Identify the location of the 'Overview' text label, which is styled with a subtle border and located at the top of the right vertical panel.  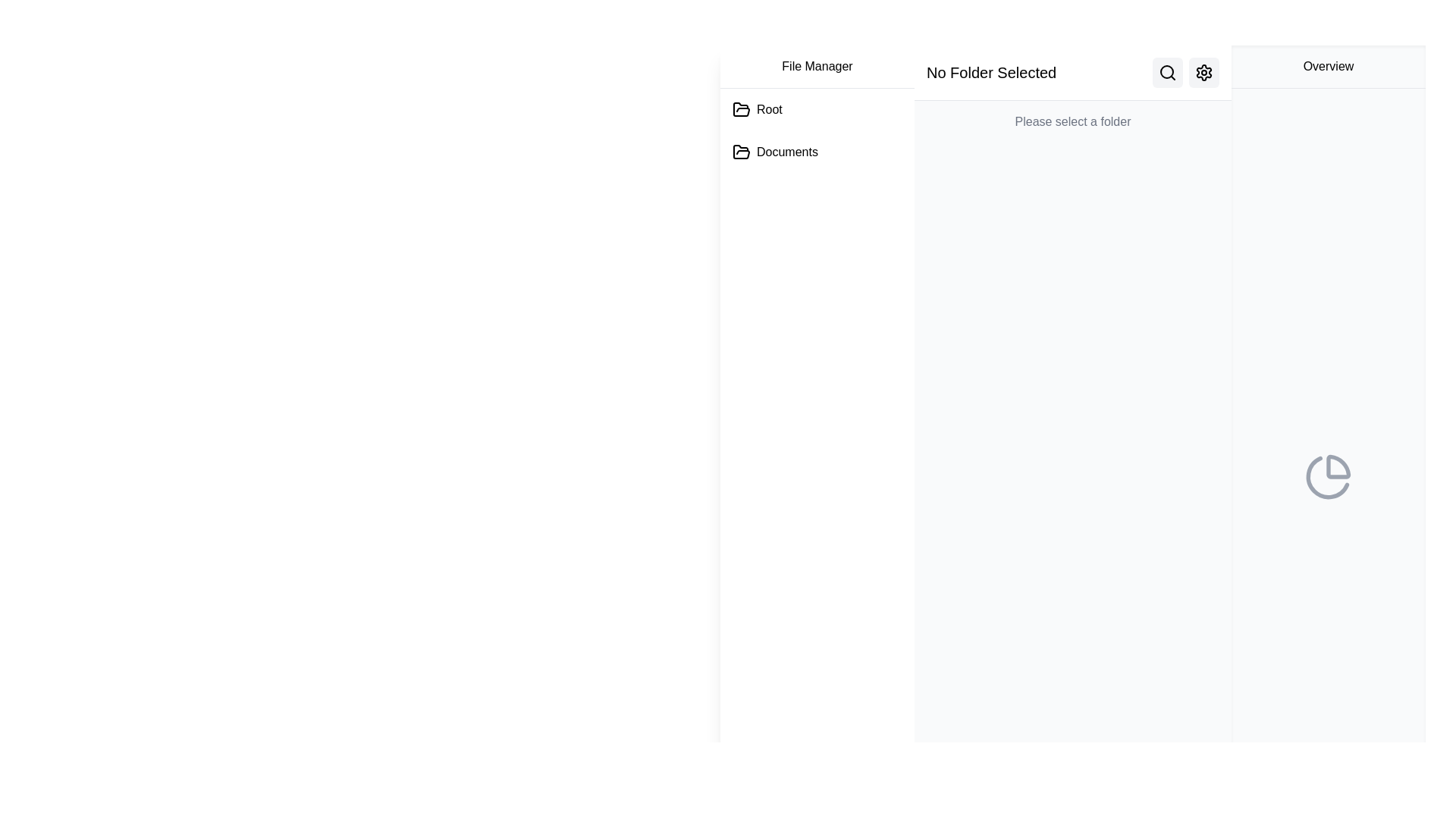
(1328, 66).